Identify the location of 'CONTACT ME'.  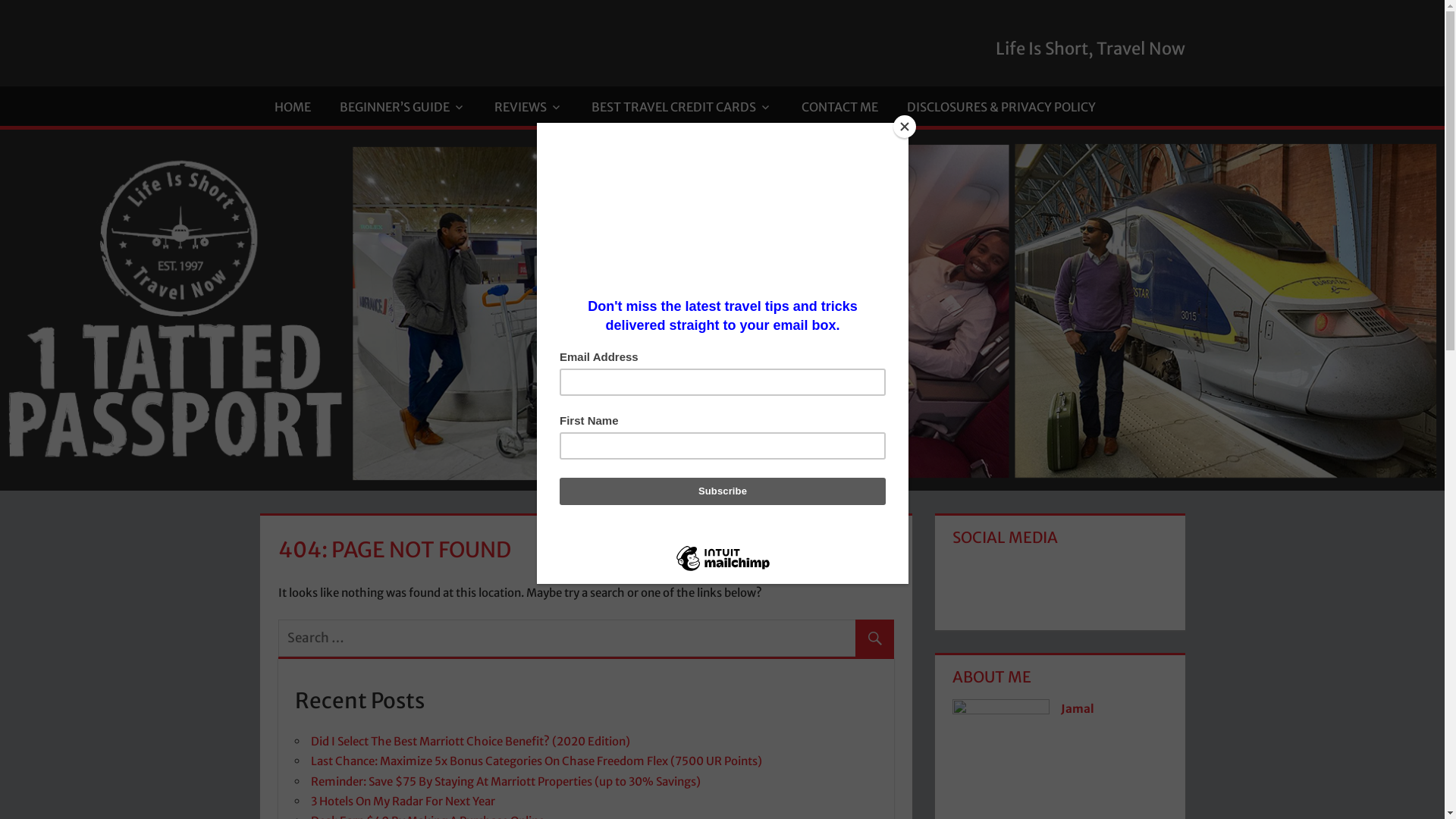
(838, 105).